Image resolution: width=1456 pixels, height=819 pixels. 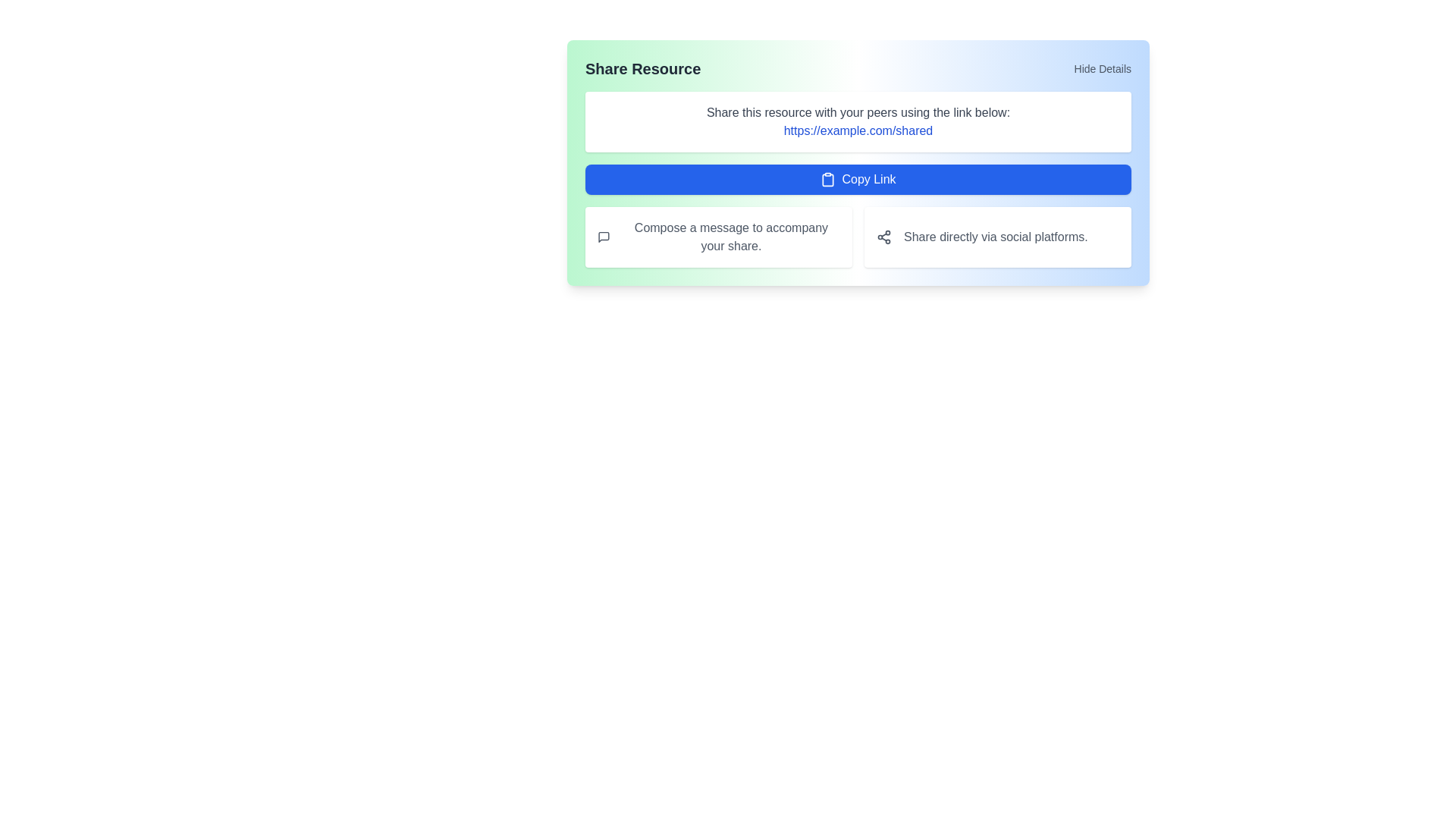 I want to click on the share icon, which is a gray triangular shape made of three interconnected circles, located in the bottom right corner of the card labeled 'Share directly via social platforms', so click(x=884, y=237).